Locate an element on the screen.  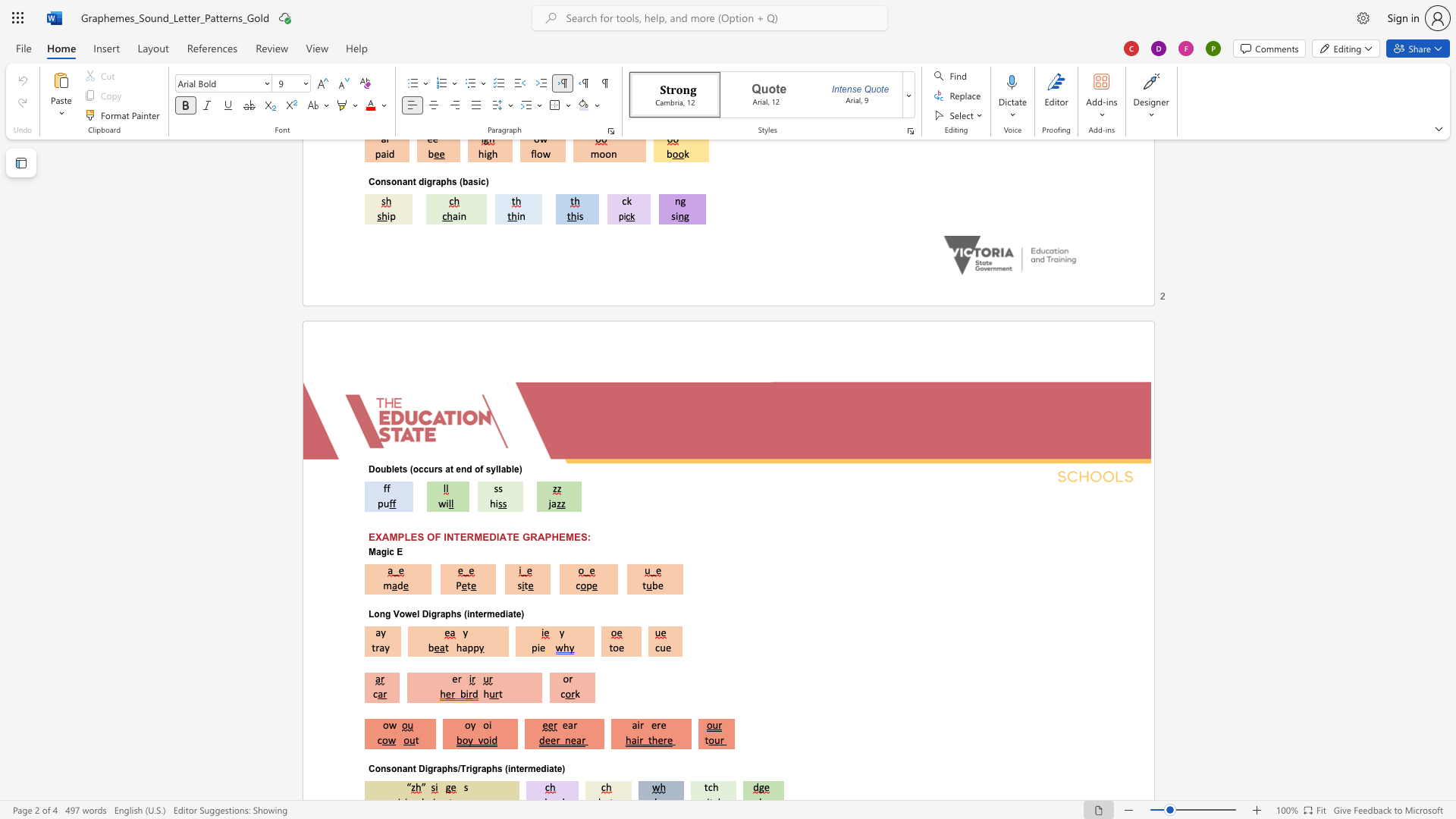
the 1th character "d" in the text is located at coordinates (469, 468).